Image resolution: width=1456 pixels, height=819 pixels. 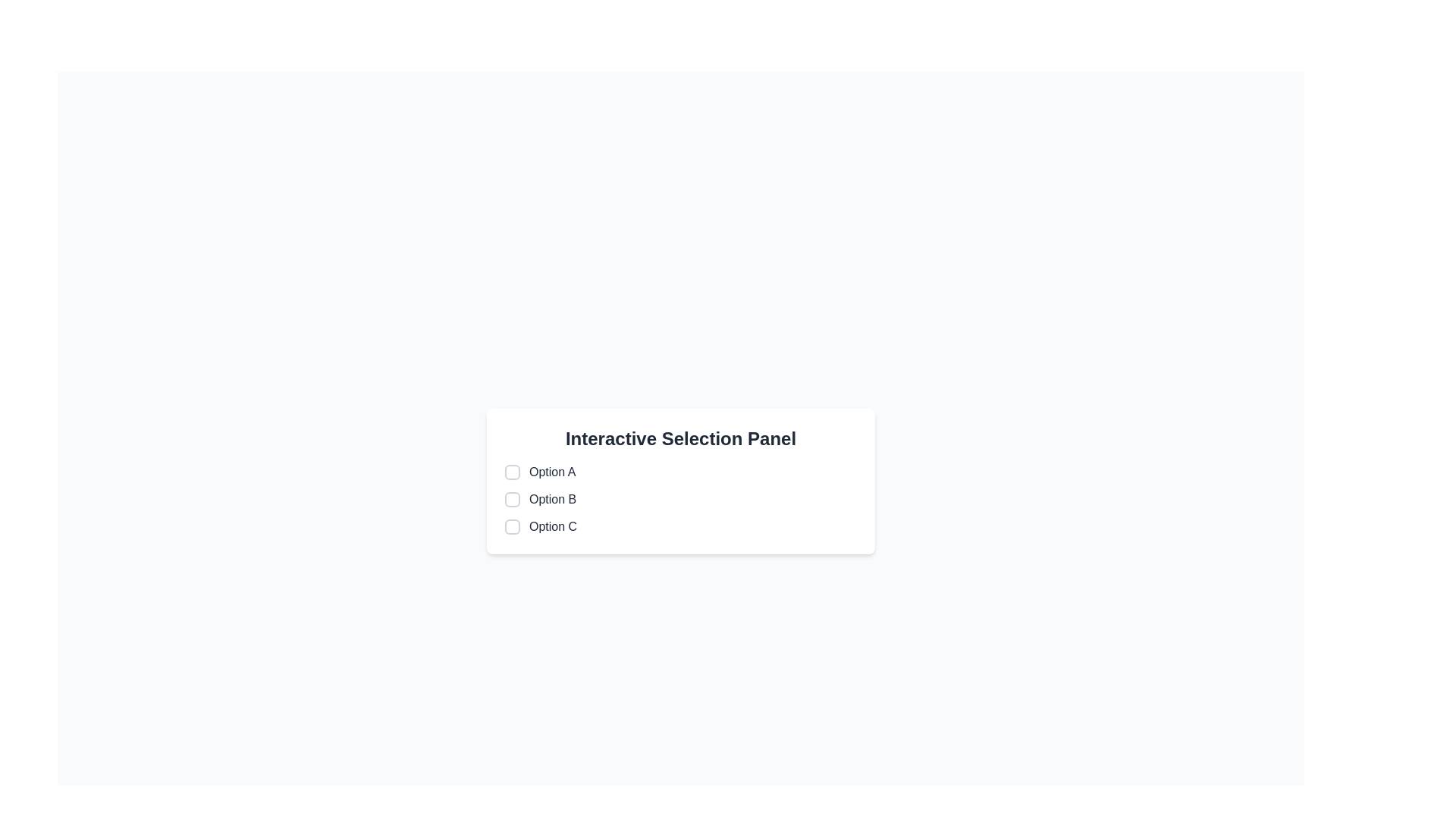 What do you see at coordinates (513, 500) in the screenshot?
I see `the checkbox located to the immediate left of the label 'Option B' in the vertical list within the 'Interactive Selection Panel'` at bounding box center [513, 500].